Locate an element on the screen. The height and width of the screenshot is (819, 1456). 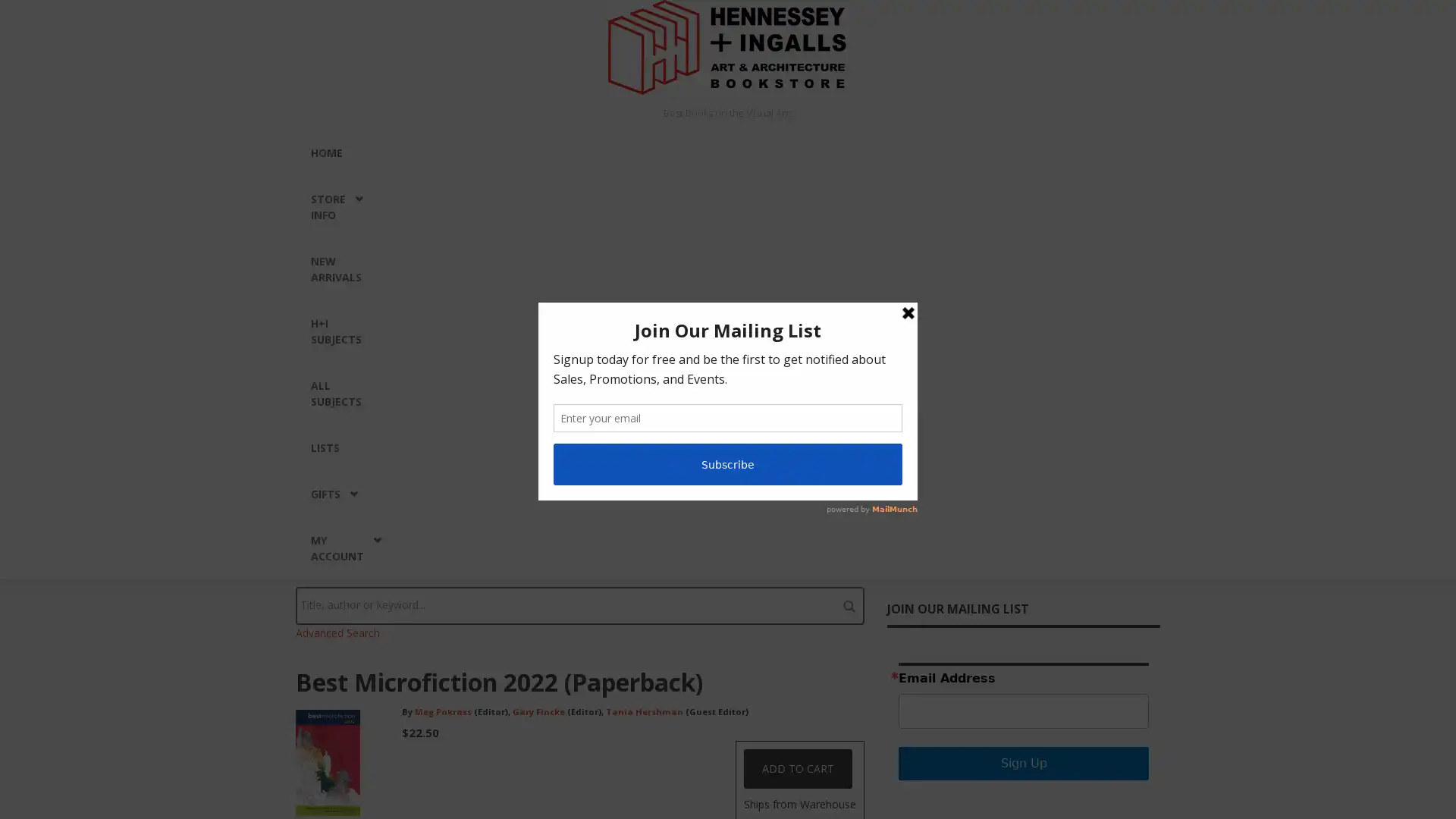
Sign Up is located at coordinates (1023, 763).